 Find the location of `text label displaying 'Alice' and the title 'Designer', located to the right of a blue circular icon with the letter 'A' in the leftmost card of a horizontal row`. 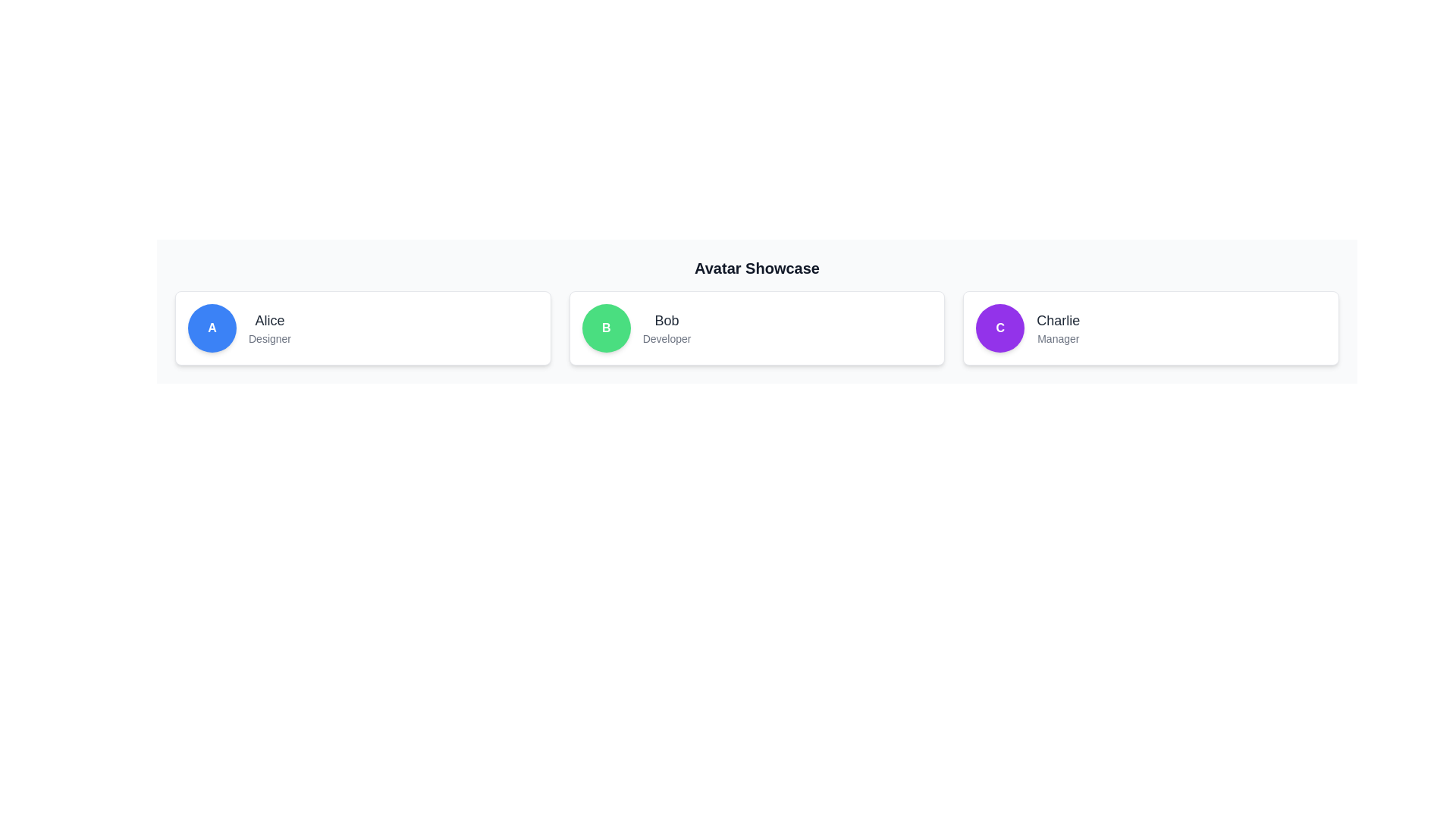

text label displaying 'Alice' and the title 'Designer', located to the right of a blue circular icon with the letter 'A' in the leftmost card of a horizontal row is located at coordinates (269, 327).